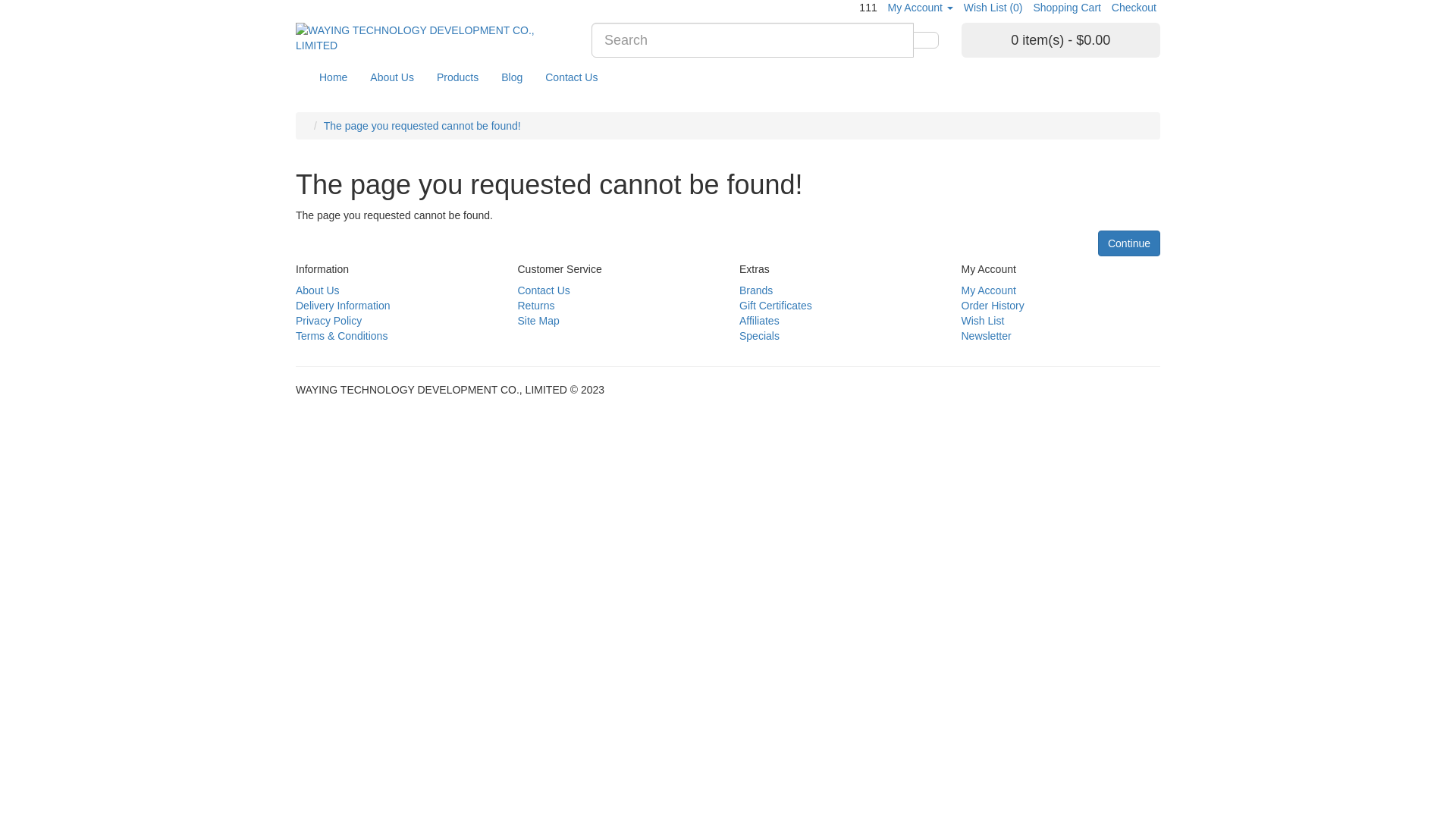 The image size is (1456, 819). Describe the element at coordinates (993, 8) in the screenshot. I see `'Wish List (0)'` at that location.